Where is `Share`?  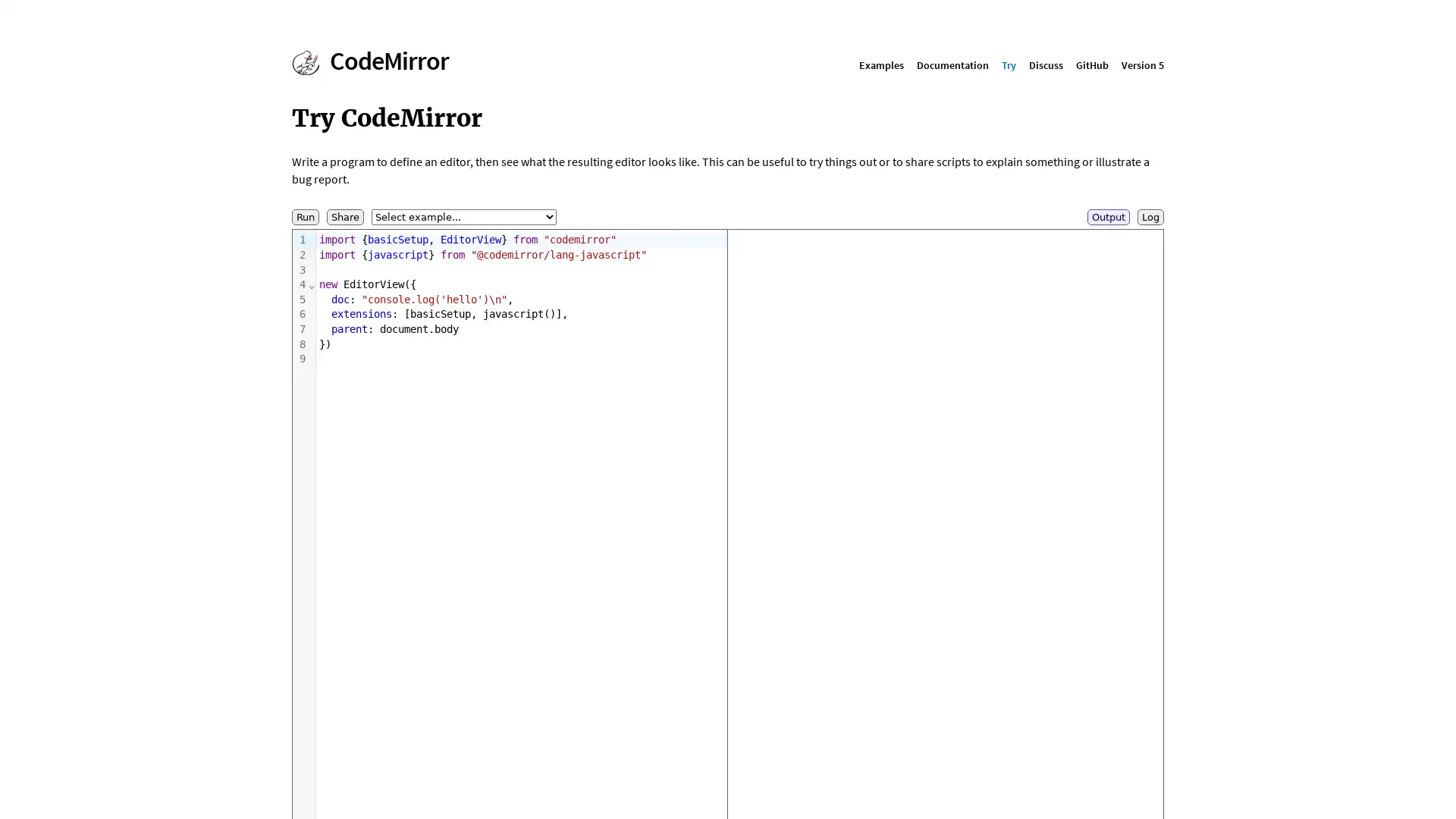
Share is located at coordinates (344, 217).